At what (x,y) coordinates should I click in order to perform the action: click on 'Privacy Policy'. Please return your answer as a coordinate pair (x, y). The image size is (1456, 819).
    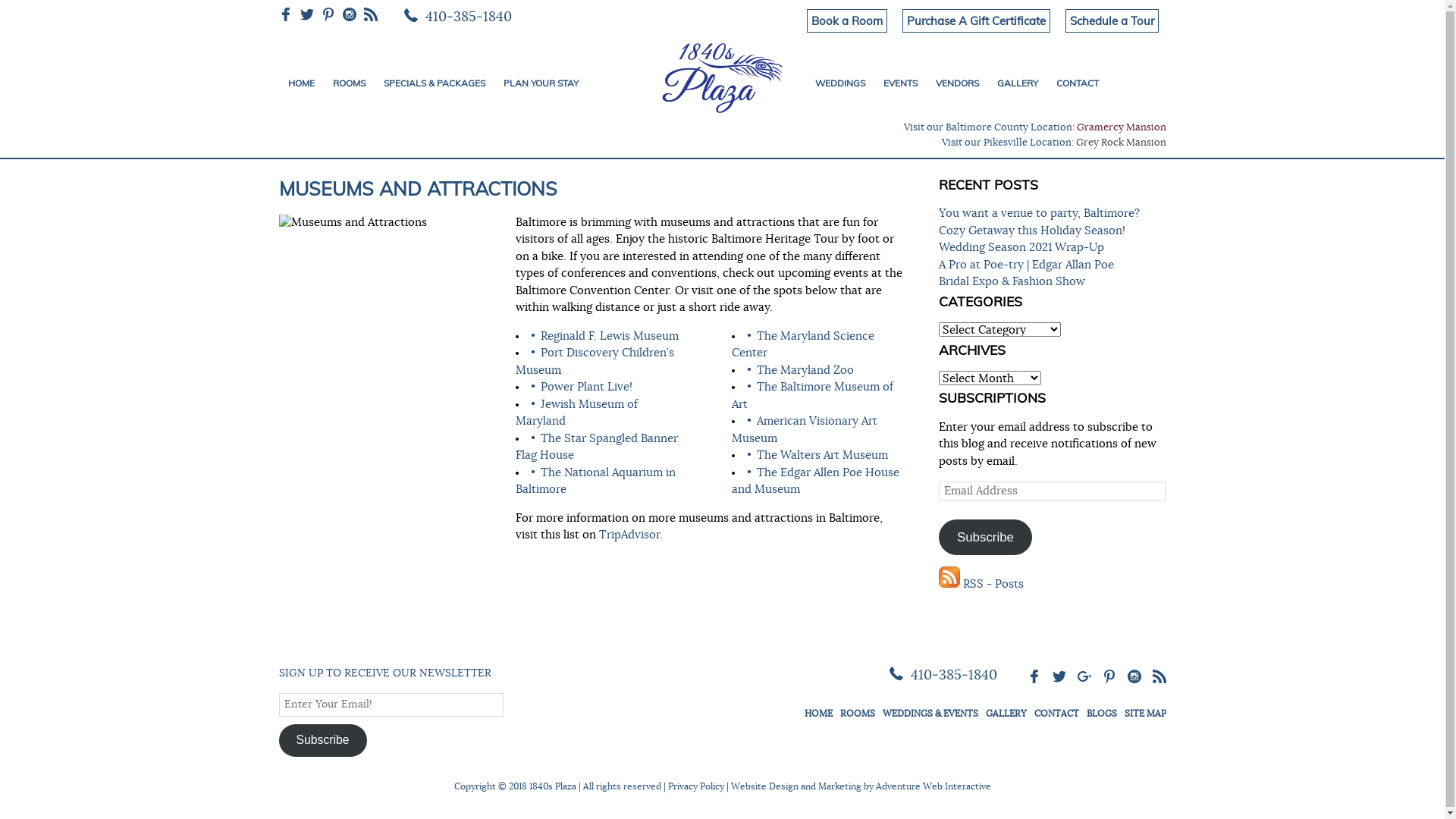
    Looking at the image, I should click on (694, 786).